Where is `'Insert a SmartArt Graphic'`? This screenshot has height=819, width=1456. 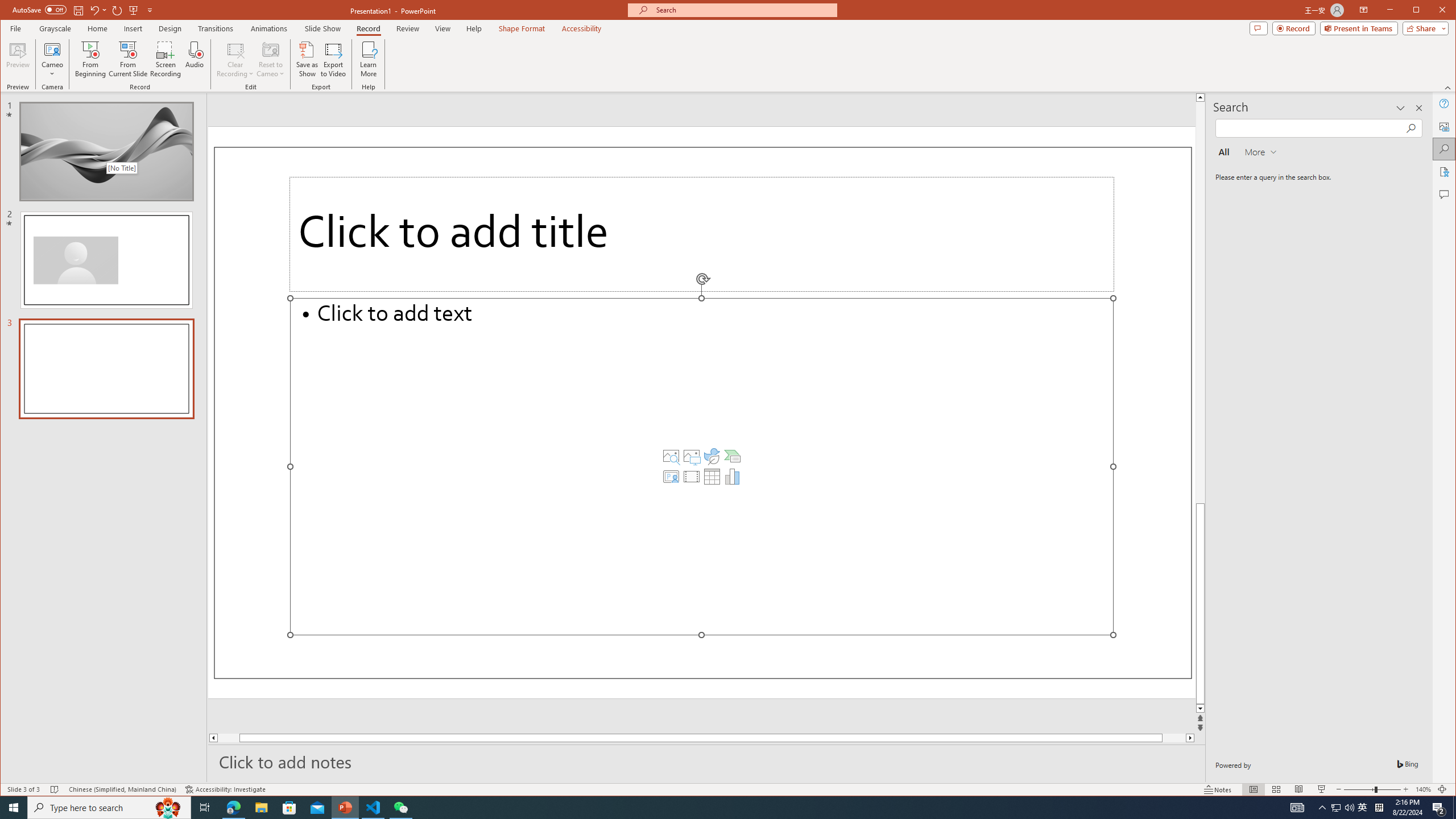 'Insert a SmartArt Graphic' is located at coordinates (732, 456).